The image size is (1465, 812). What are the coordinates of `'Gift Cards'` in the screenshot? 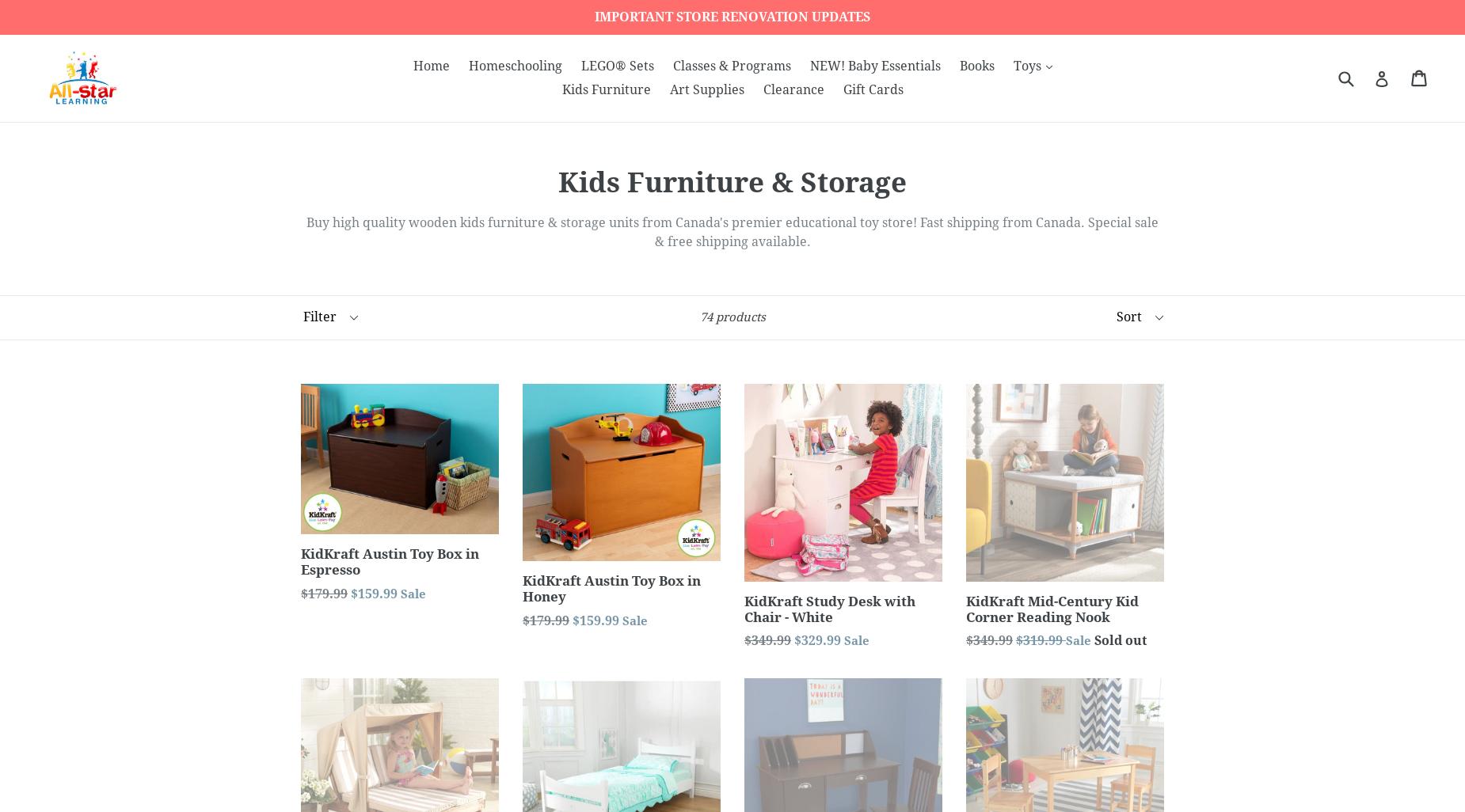 It's located at (872, 89).